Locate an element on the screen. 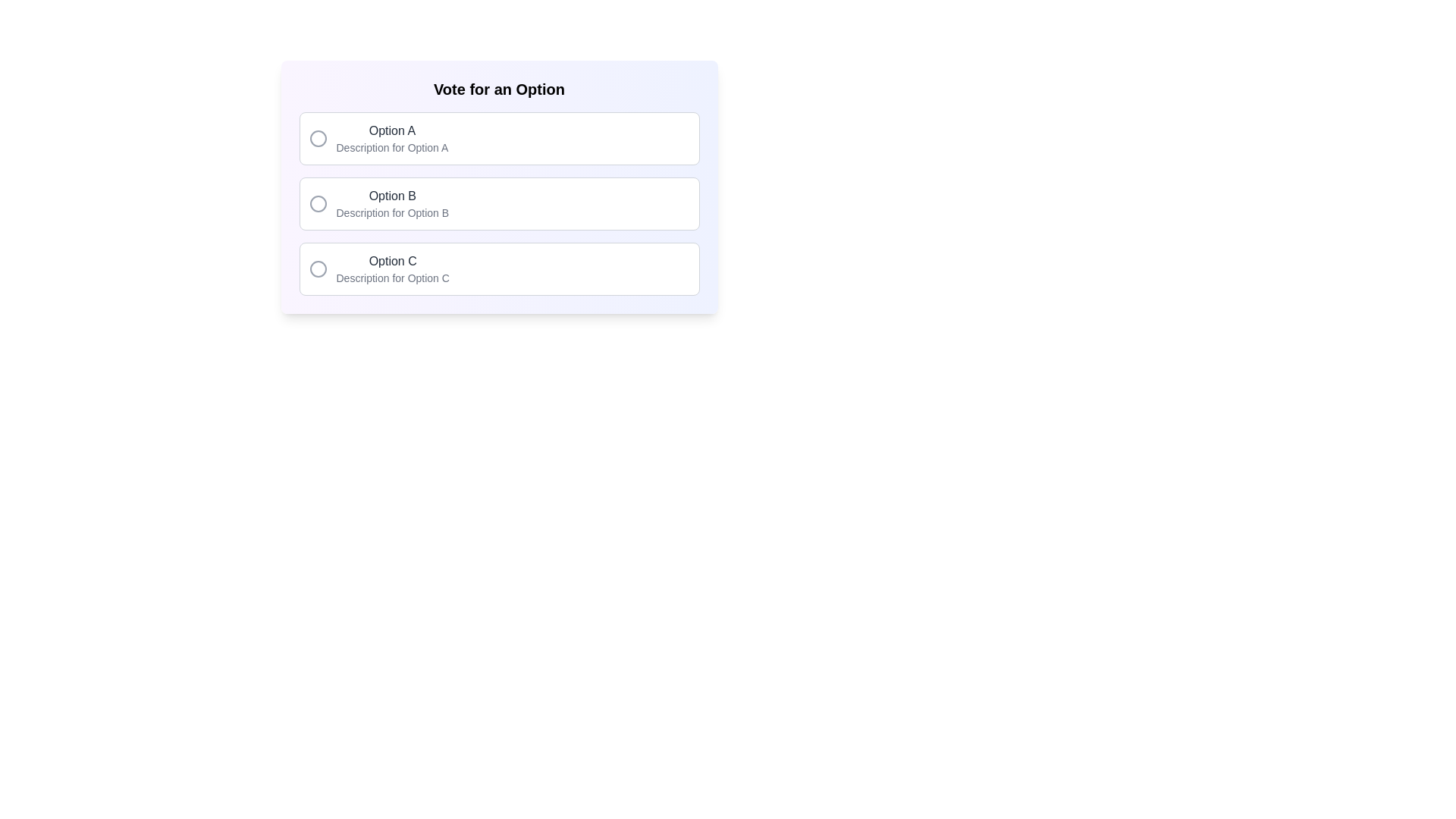 The height and width of the screenshot is (819, 1456). the text label providing additional descriptive information about 'Option A' located under 'Vote for an Option' is located at coordinates (392, 148).